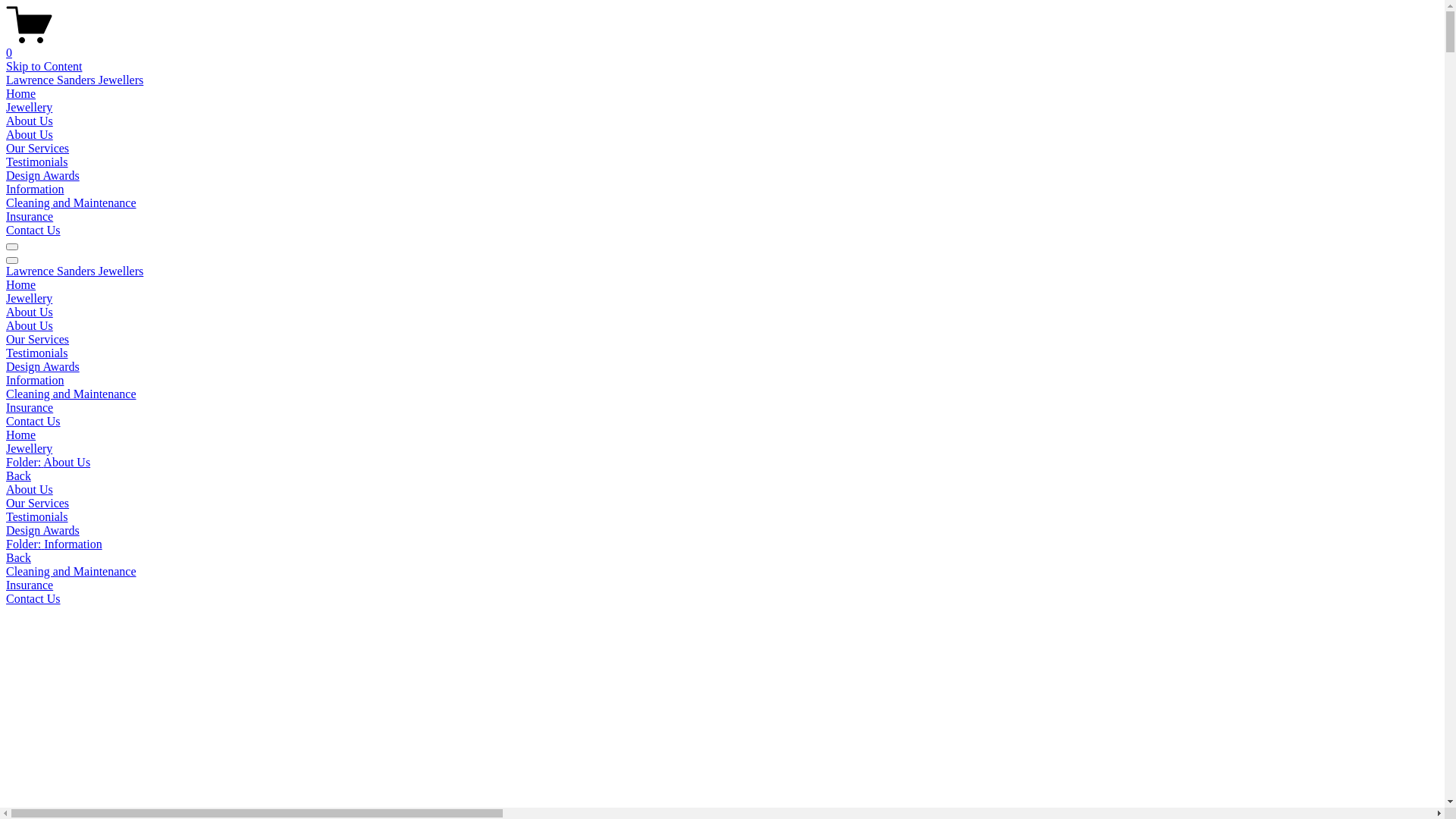  I want to click on 'Contact Us', so click(721, 598).